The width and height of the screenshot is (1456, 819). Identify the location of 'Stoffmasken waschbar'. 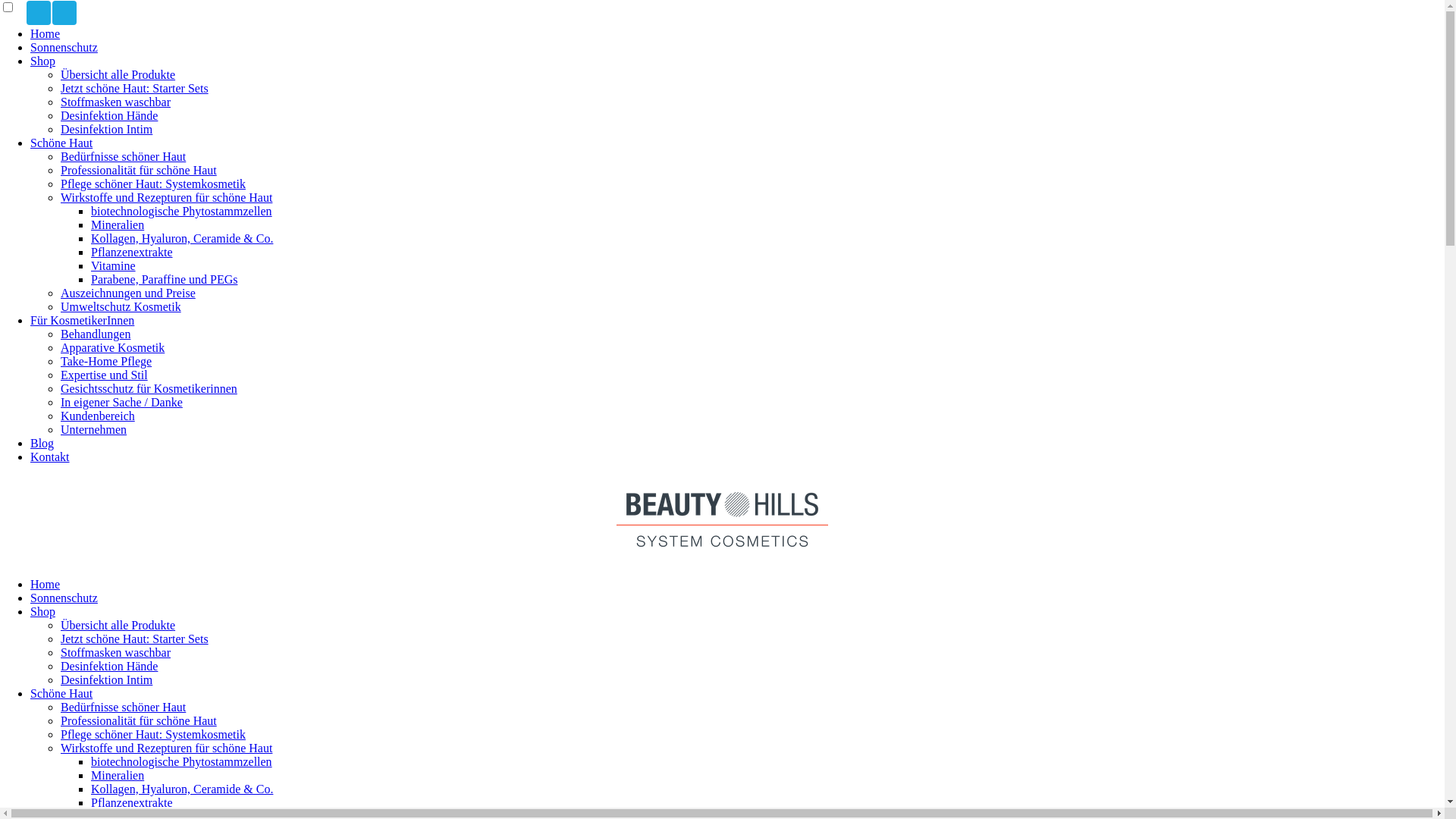
(115, 102).